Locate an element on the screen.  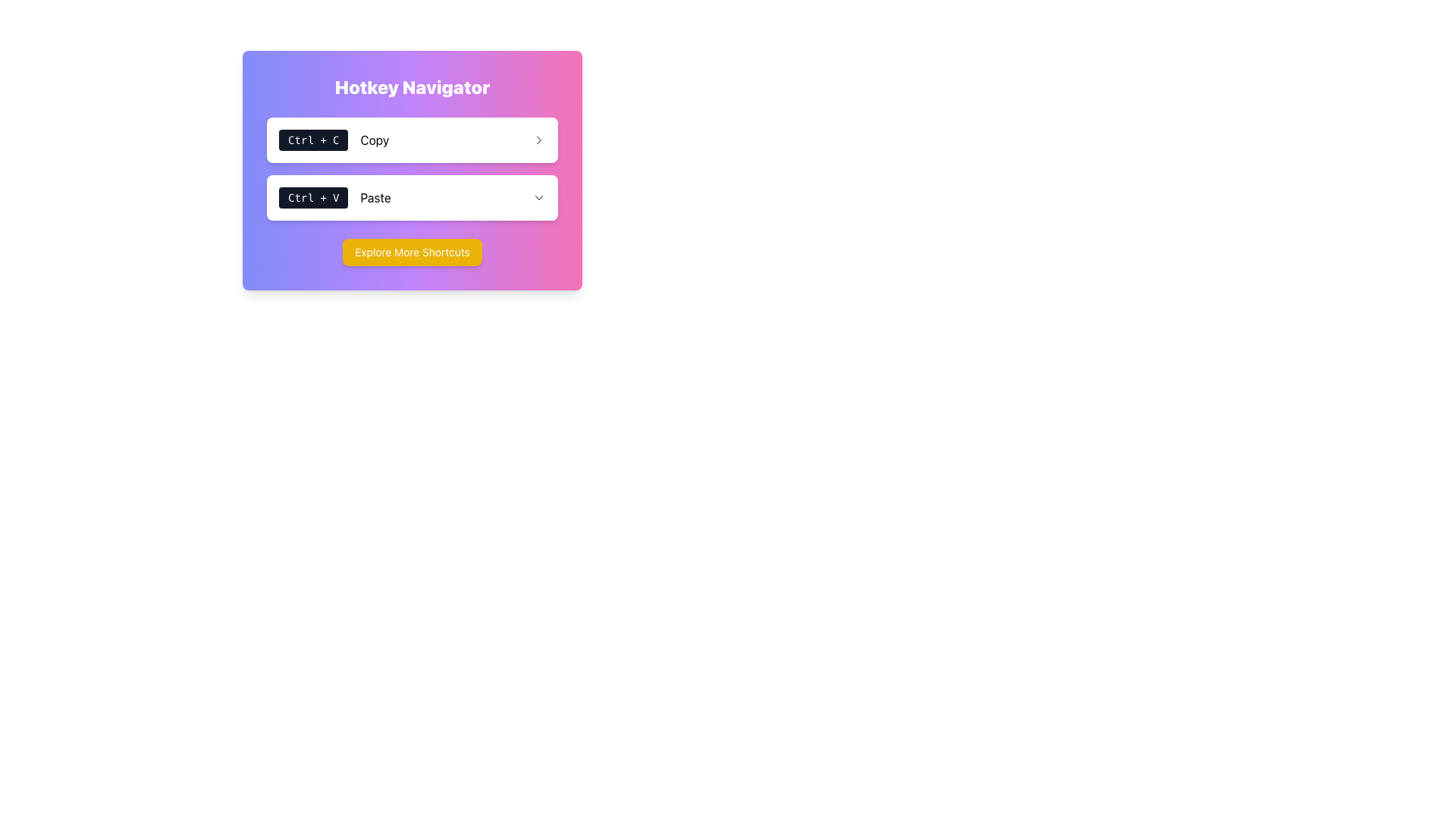
the interactive button located centrally in the lower part of the colorful panel is located at coordinates (412, 251).